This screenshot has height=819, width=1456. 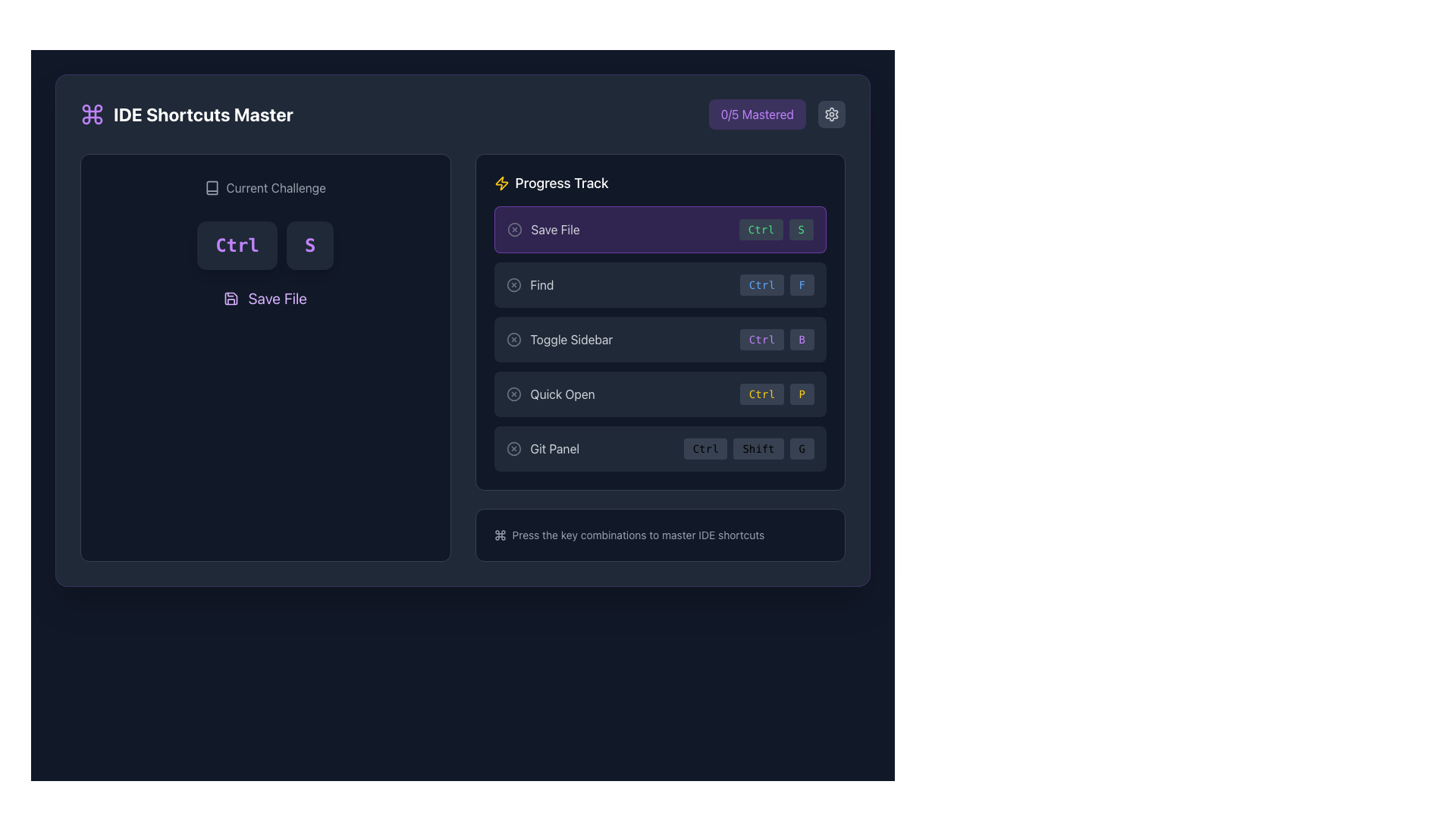 I want to click on the settings icon, represented as a cogwheel, located in the top-right corner of the interface, so click(x=831, y=113).